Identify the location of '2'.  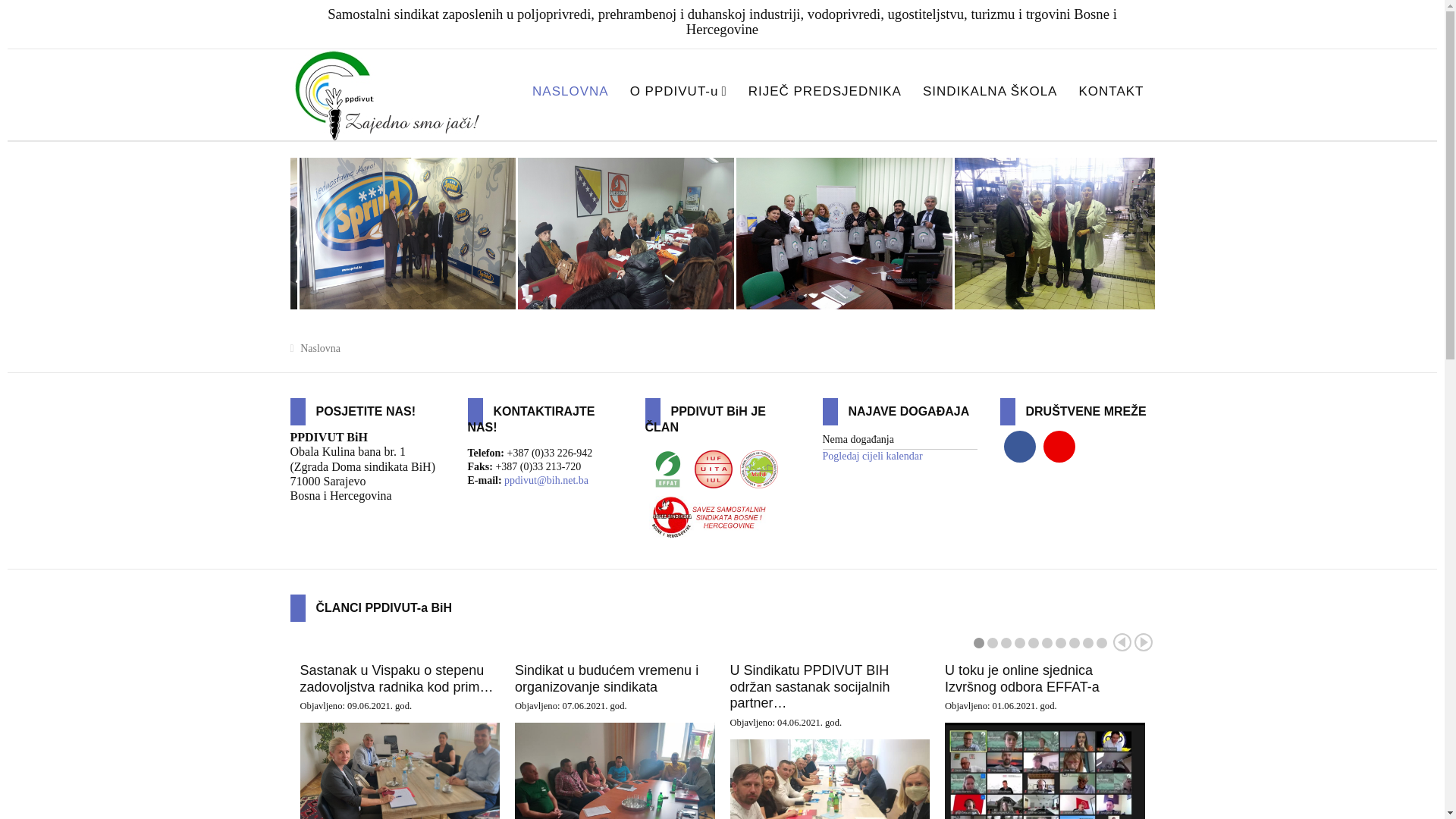
(987, 643).